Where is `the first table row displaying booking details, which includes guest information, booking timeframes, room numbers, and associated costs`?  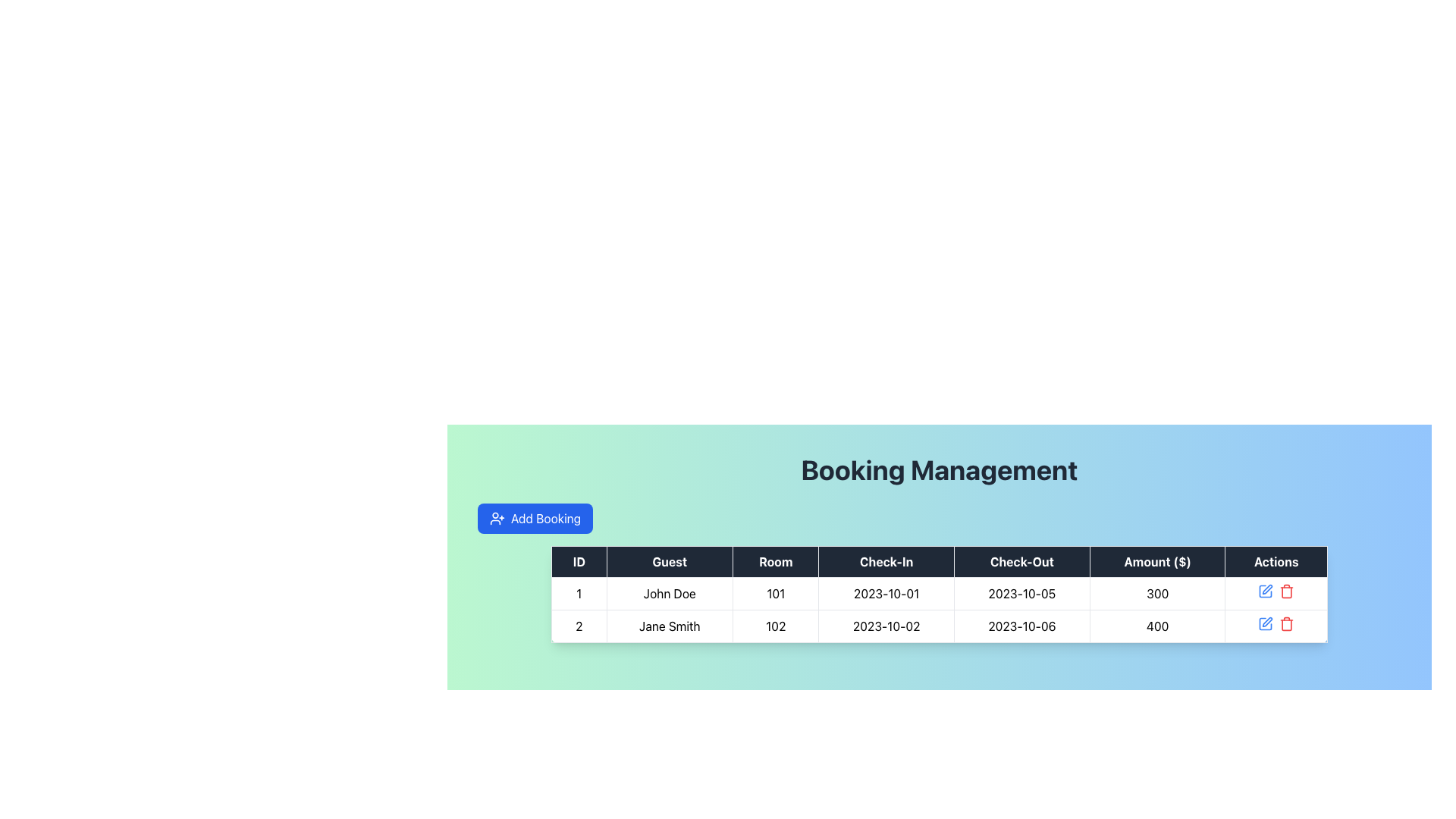 the first table row displaying booking details, which includes guest information, booking timeframes, room numbers, and associated costs is located at coordinates (938, 608).